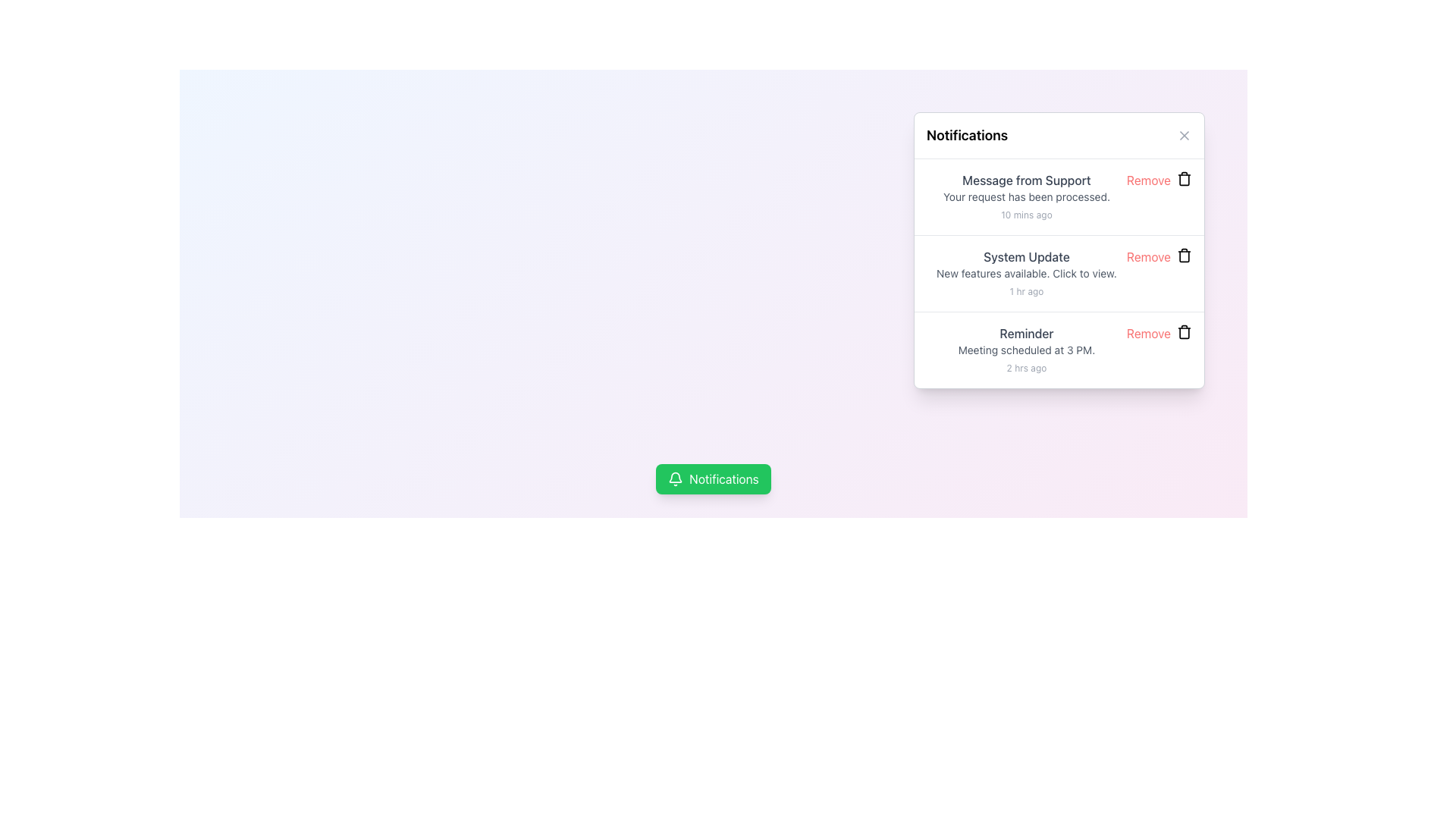 The height and width of the screenshot is (819, 1456). Describe the element at coordinates (966, 134) in the screenshot. I see `the 'Notifications' text label at the top-left corner of the notification panel` at that location.